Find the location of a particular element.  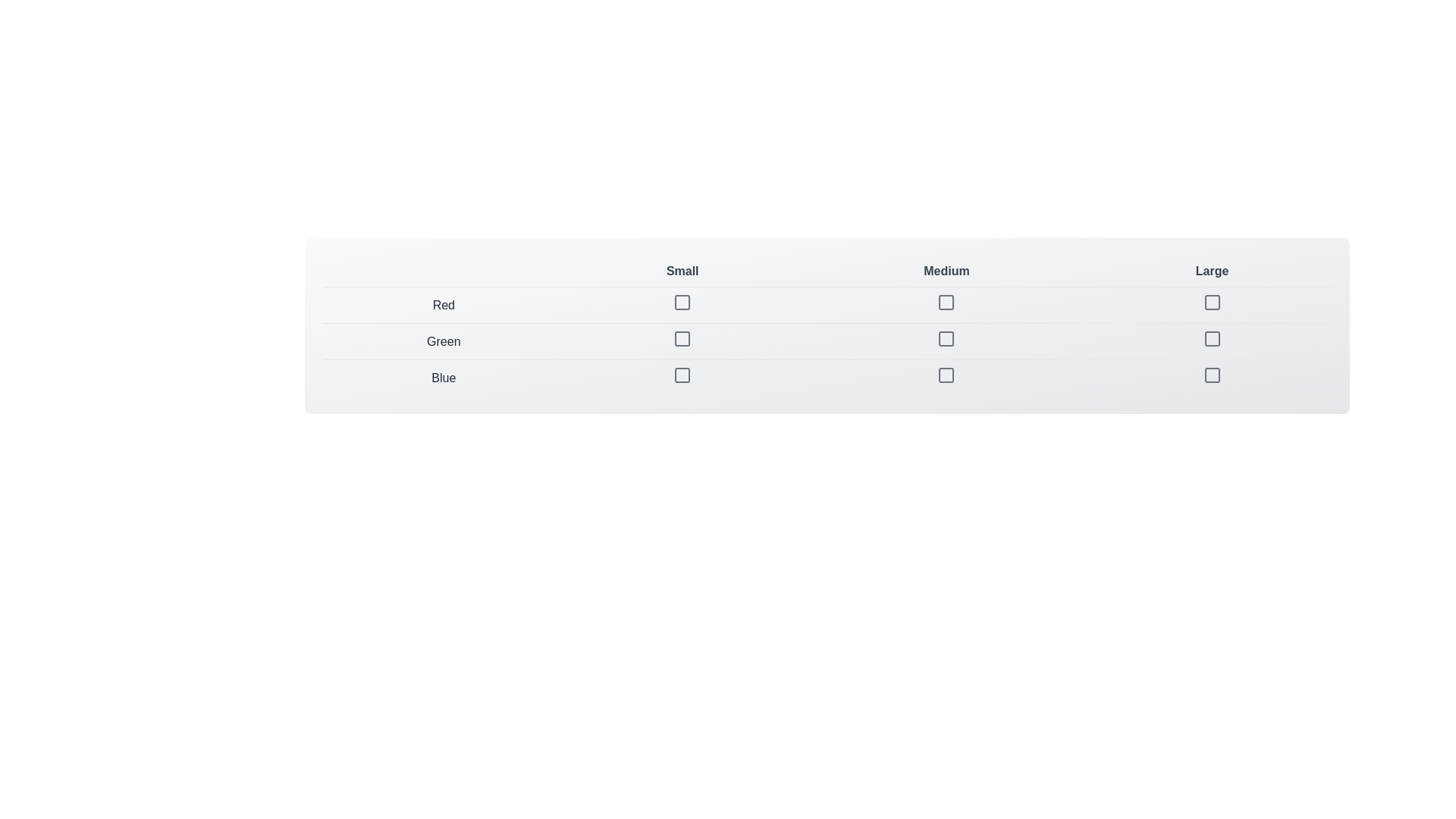

the unselected checkbox located in the 'Small' column of the 'Blue' row in the table is located at coordinates (682, 377).